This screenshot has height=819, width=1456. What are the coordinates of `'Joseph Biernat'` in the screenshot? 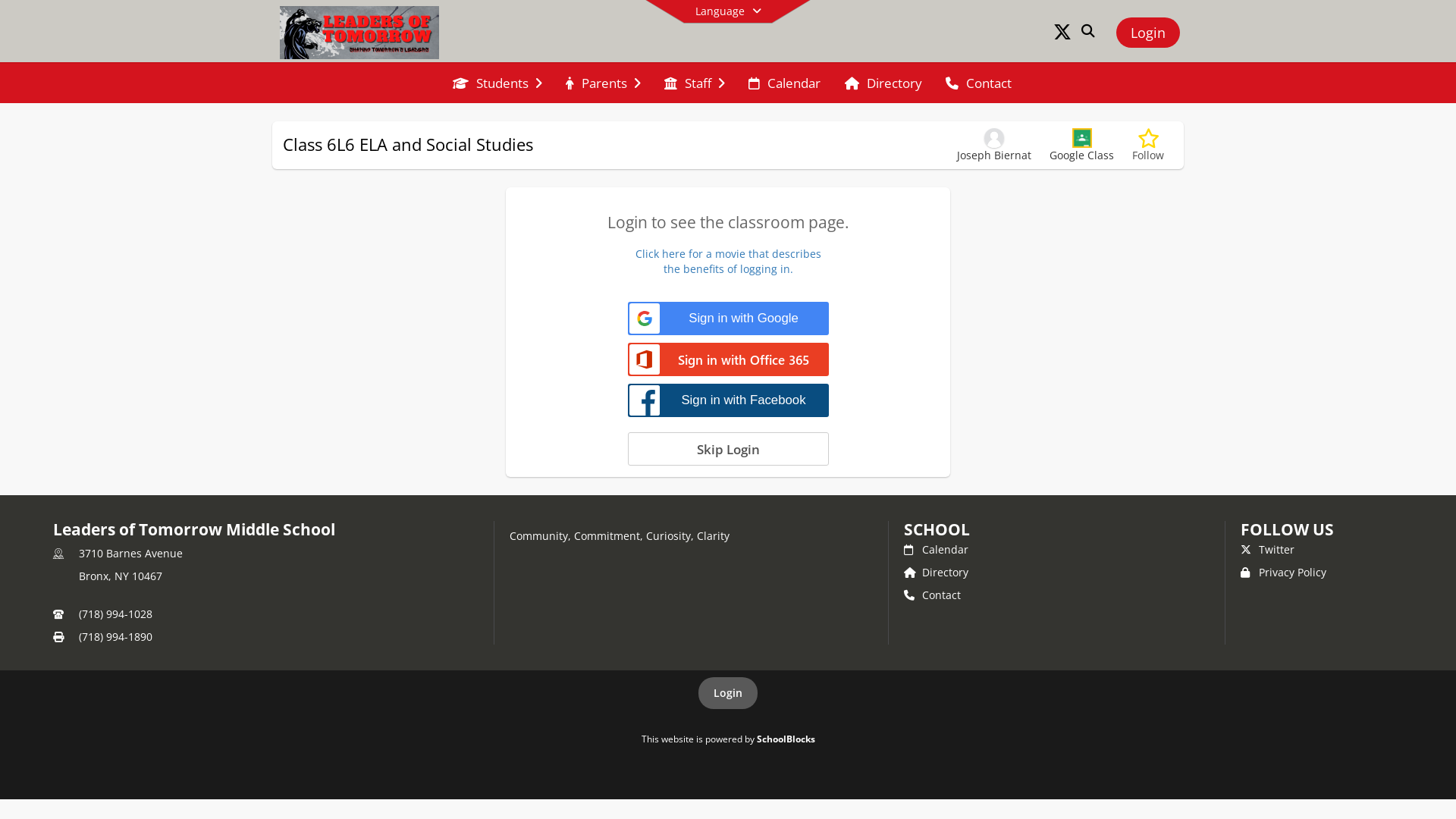 It's located at (993, 145).